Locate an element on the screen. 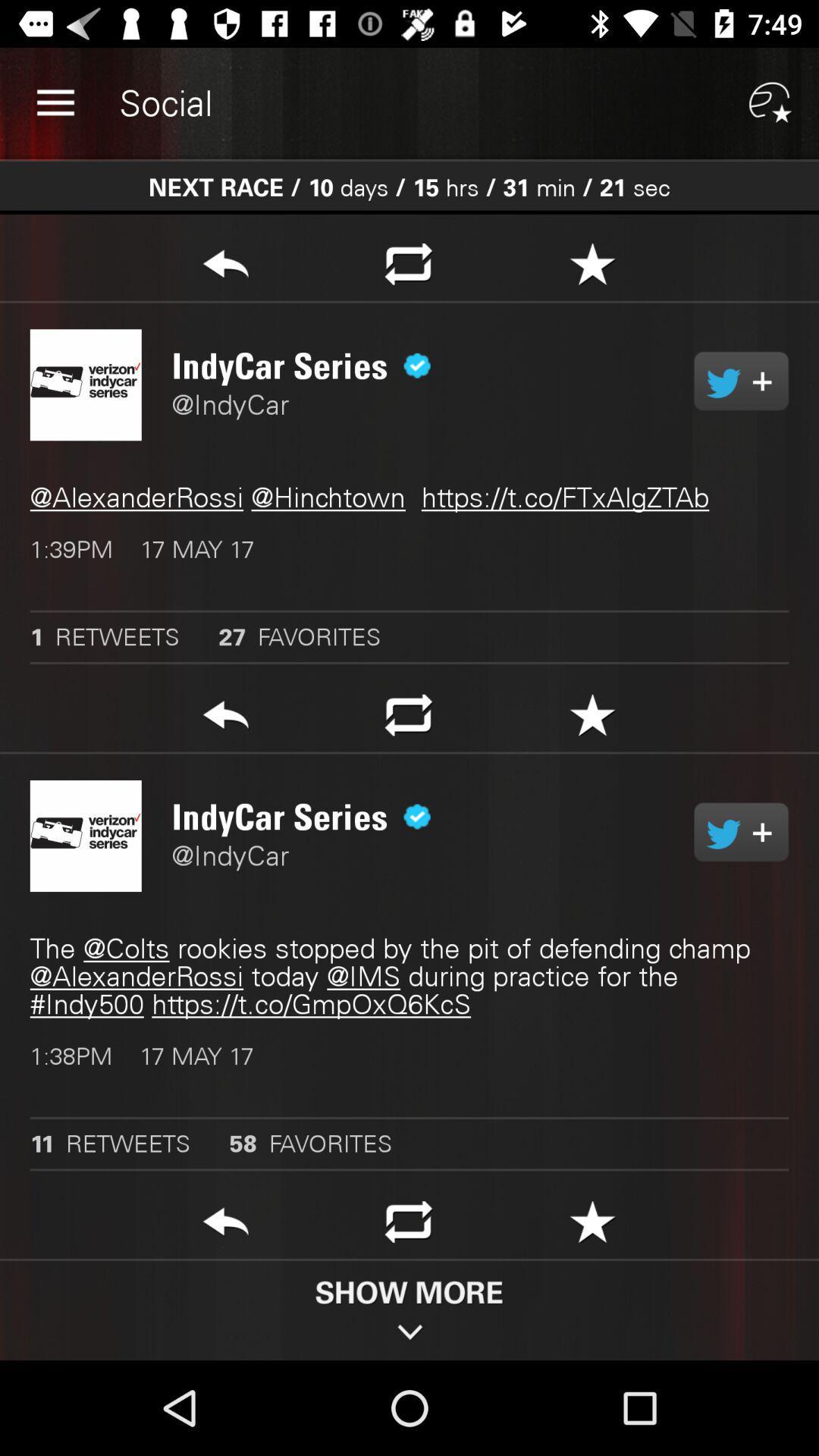  the text above 138pm 17 may 17 is located at coordinates (409, 976).